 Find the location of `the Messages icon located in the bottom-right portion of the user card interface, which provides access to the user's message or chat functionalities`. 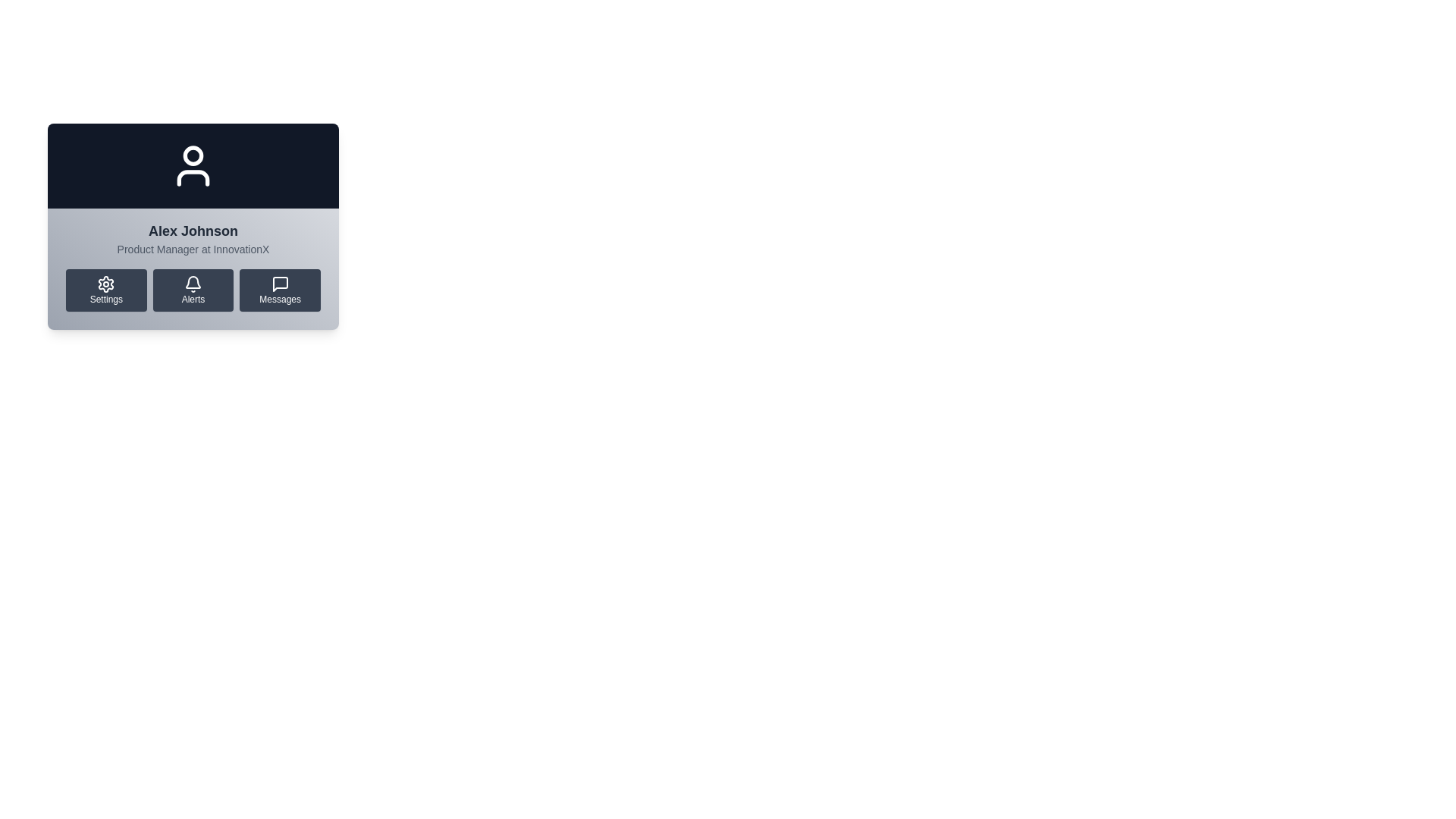

the Messages icon located in the bottom-right portion of the user card interface, which provides access to the user's message or chat functionalities is located at coordinates (280, 284).